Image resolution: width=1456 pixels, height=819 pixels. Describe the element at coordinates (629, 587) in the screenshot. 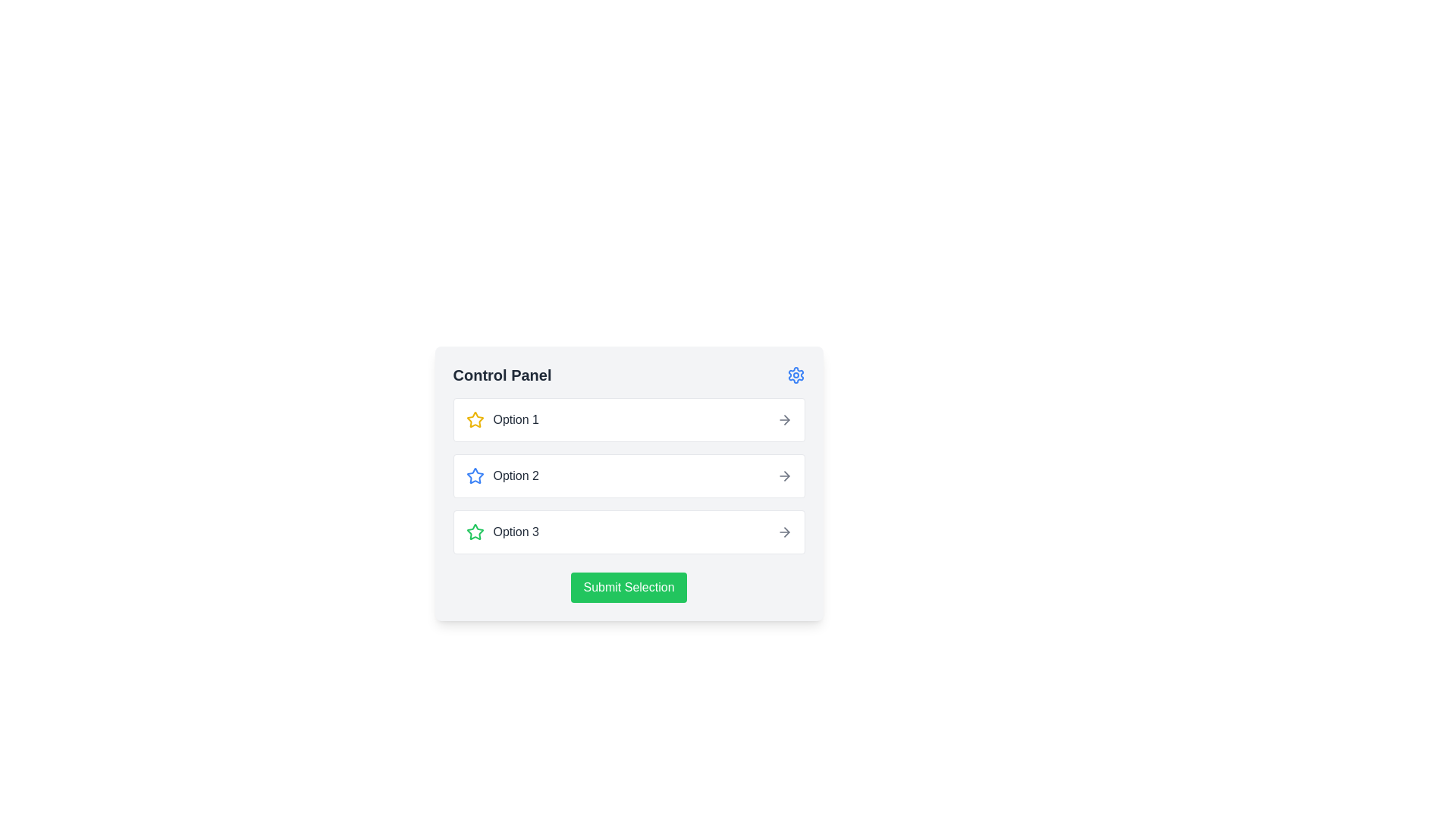

I see `the 'Submit Selection' button, which is a rectangular button with a green background and white text, located at the bottom center of the 'Control Panel' panel` at that location.